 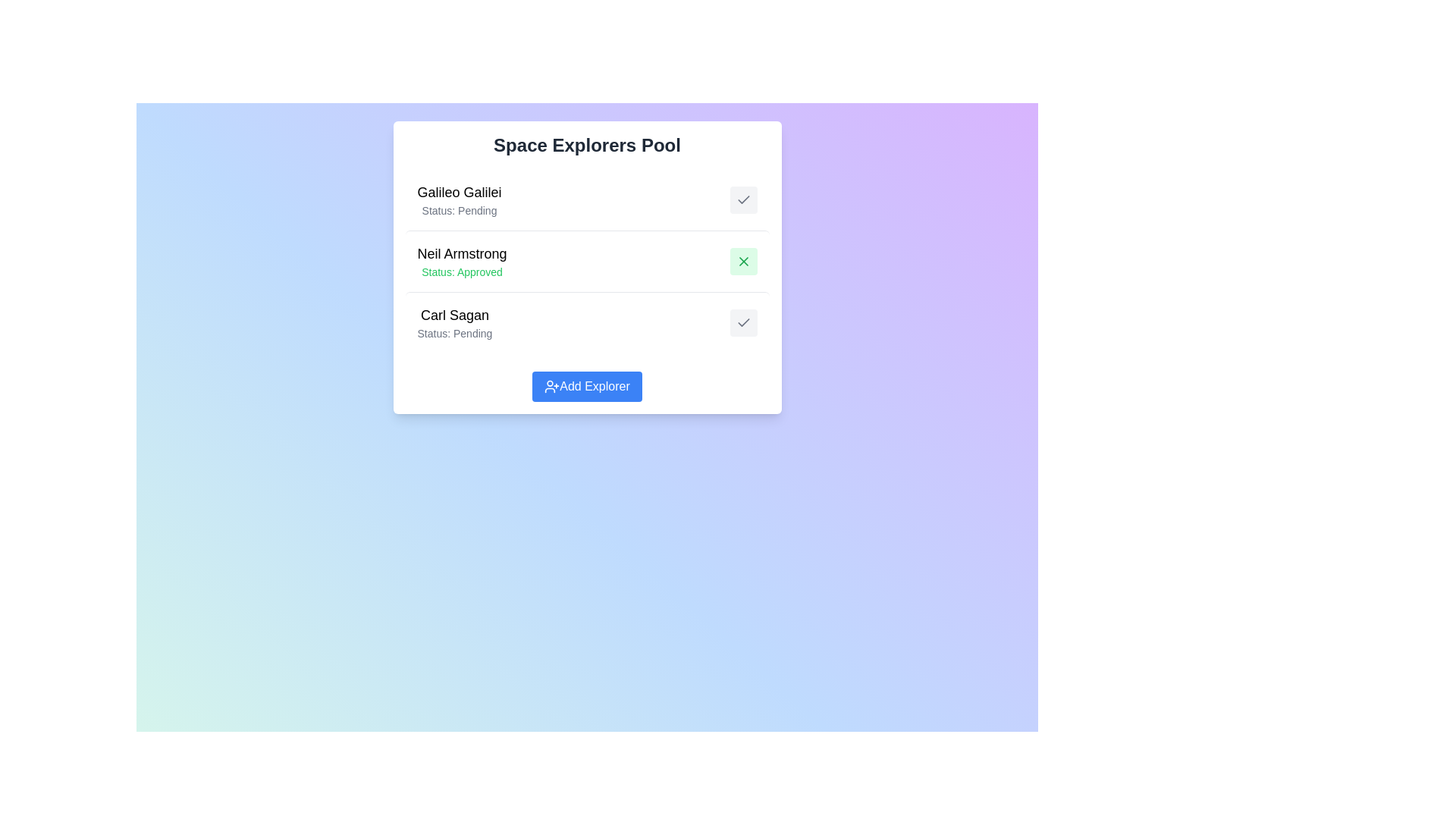 I want to click on the interactive checkbox next to 'Galileo Galilei', so click(x=586, y=199).